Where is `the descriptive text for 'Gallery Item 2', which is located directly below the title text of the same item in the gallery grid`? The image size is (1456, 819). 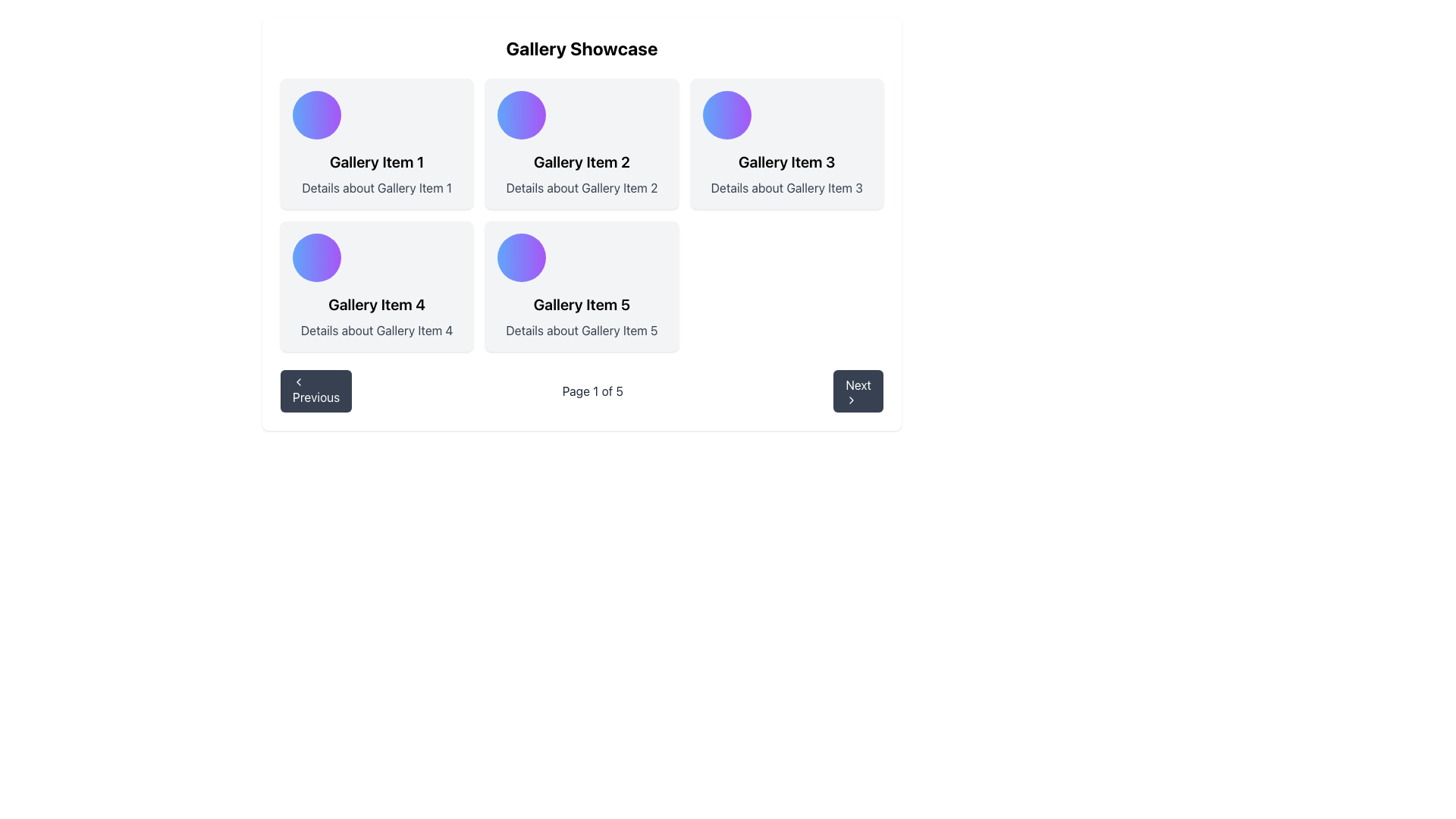 the descriptive text for 'Gallery Item 2', which is located directly below the title text of the same item in the gallery grid is located at coordinates (581, 187).